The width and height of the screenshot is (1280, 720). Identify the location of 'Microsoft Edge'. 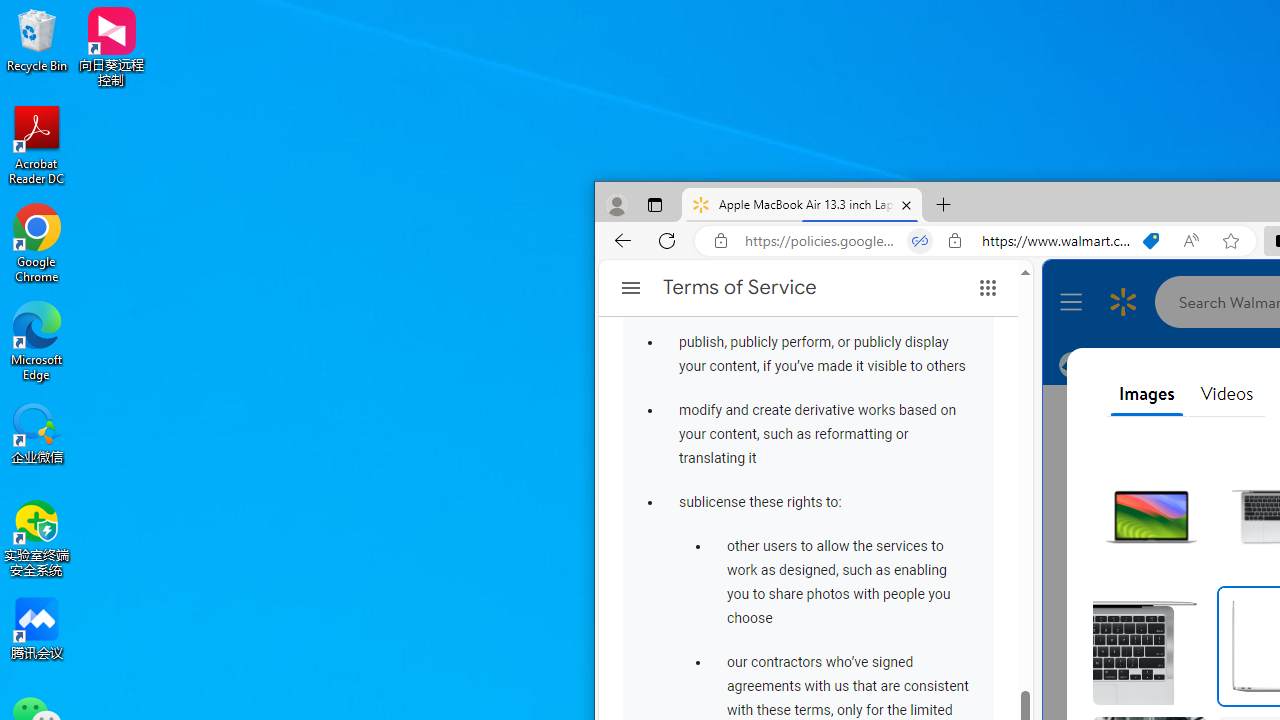
(37, 340).